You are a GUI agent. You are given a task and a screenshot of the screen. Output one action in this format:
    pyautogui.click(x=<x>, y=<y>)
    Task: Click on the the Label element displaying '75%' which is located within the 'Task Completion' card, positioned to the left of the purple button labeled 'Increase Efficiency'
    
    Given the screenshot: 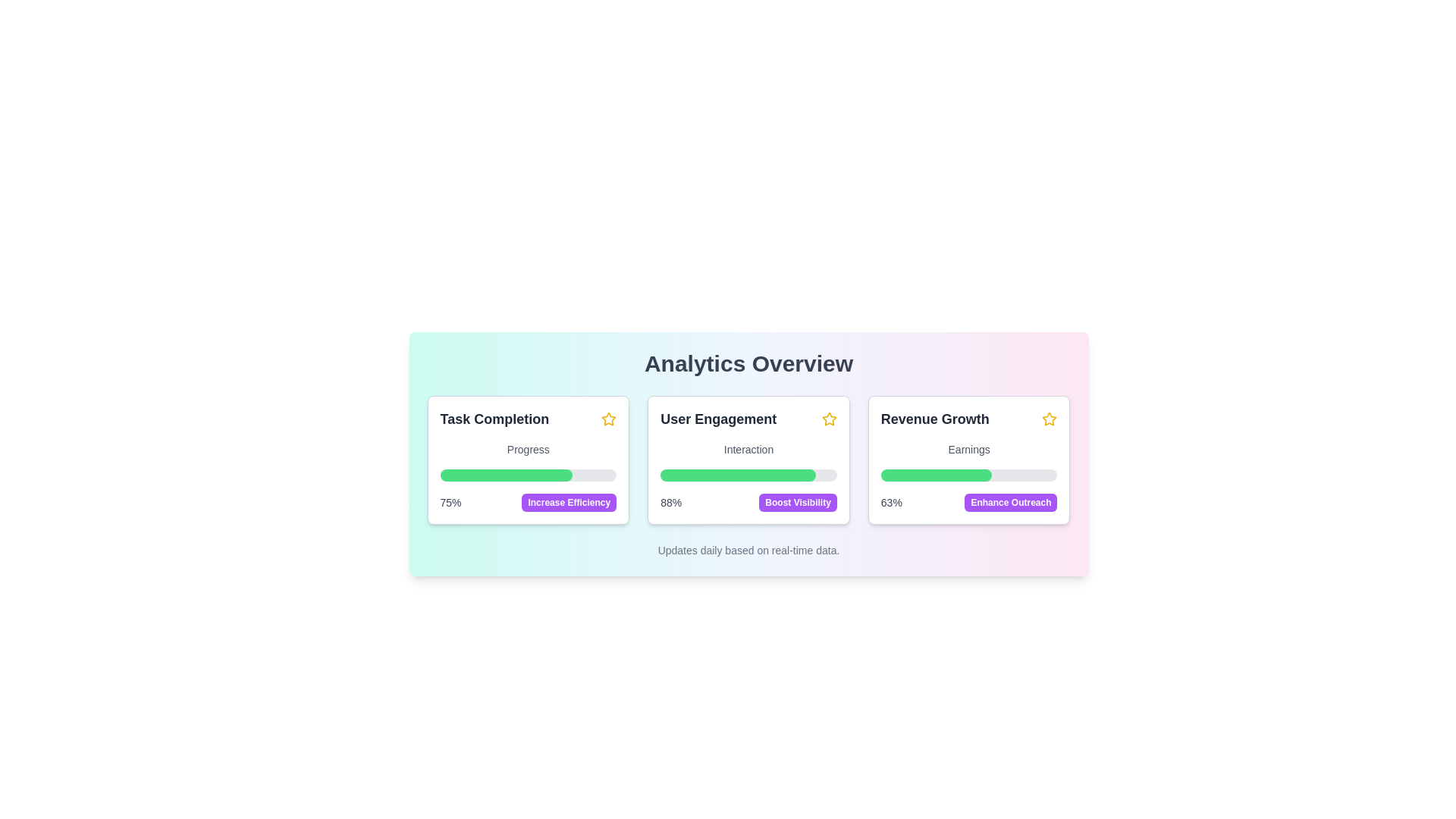 What is the action you would take?
    pyautogui.click(x=450, y=503)
    